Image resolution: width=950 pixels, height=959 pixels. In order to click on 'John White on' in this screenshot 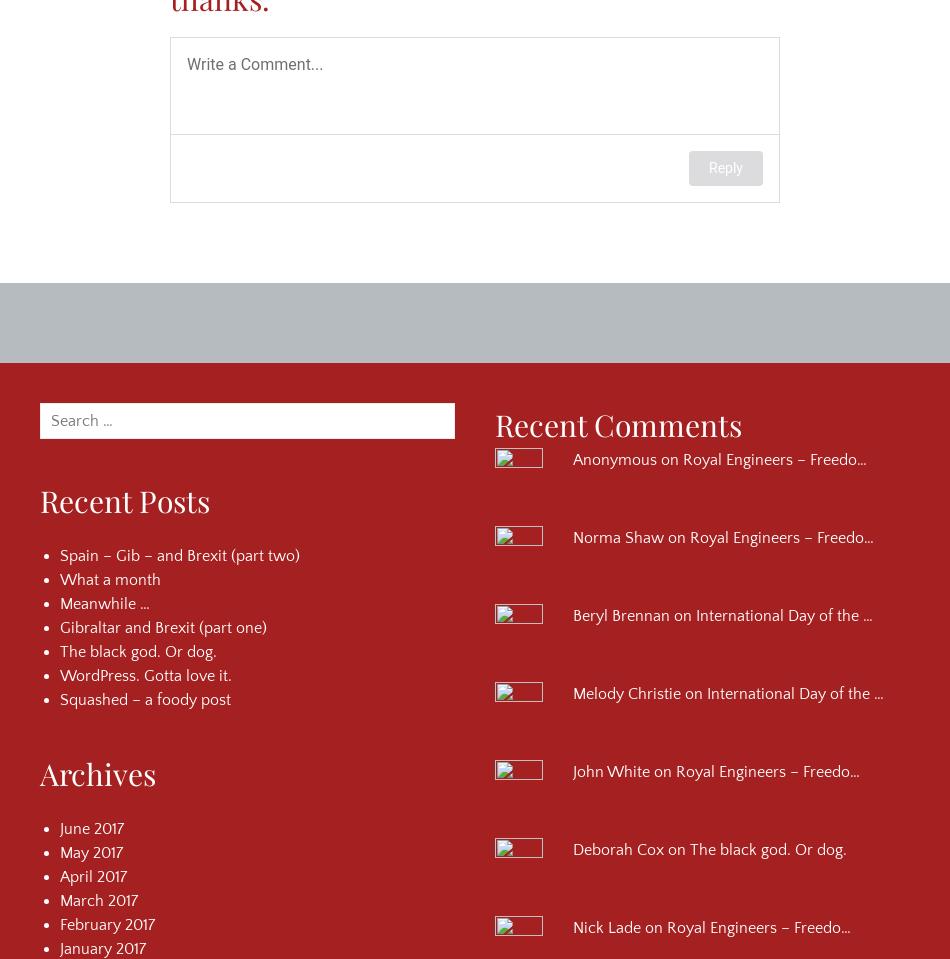, I will do `click(624, 771)`.